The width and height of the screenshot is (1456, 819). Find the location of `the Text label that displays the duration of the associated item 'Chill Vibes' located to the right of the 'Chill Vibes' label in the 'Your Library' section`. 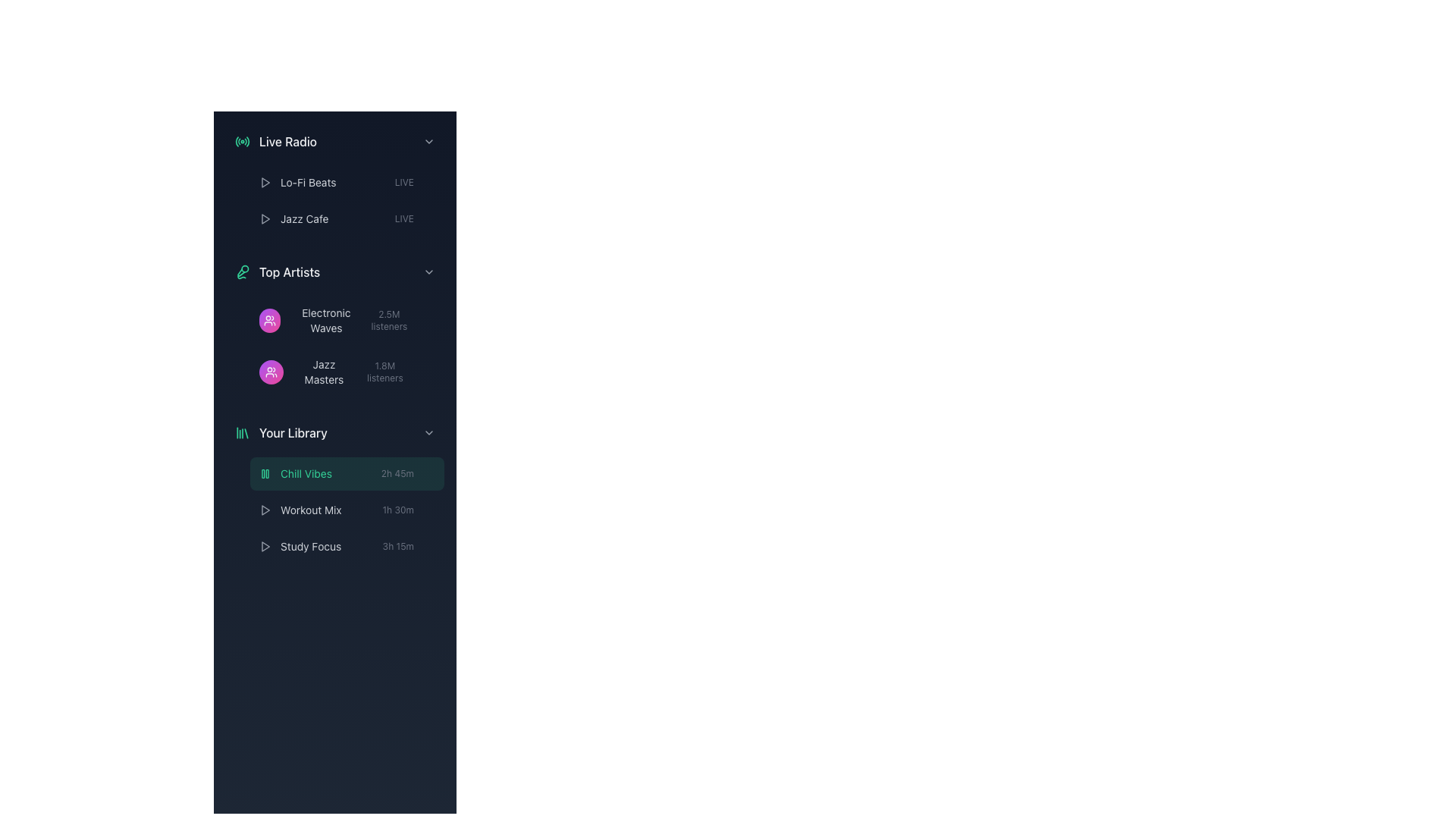

the Text label that displays the duration of the associated item 'Chill Vibes' located to the right of the 'Chill Vibes' label in the 'Your Library' section is located at coordinates (397, 472).